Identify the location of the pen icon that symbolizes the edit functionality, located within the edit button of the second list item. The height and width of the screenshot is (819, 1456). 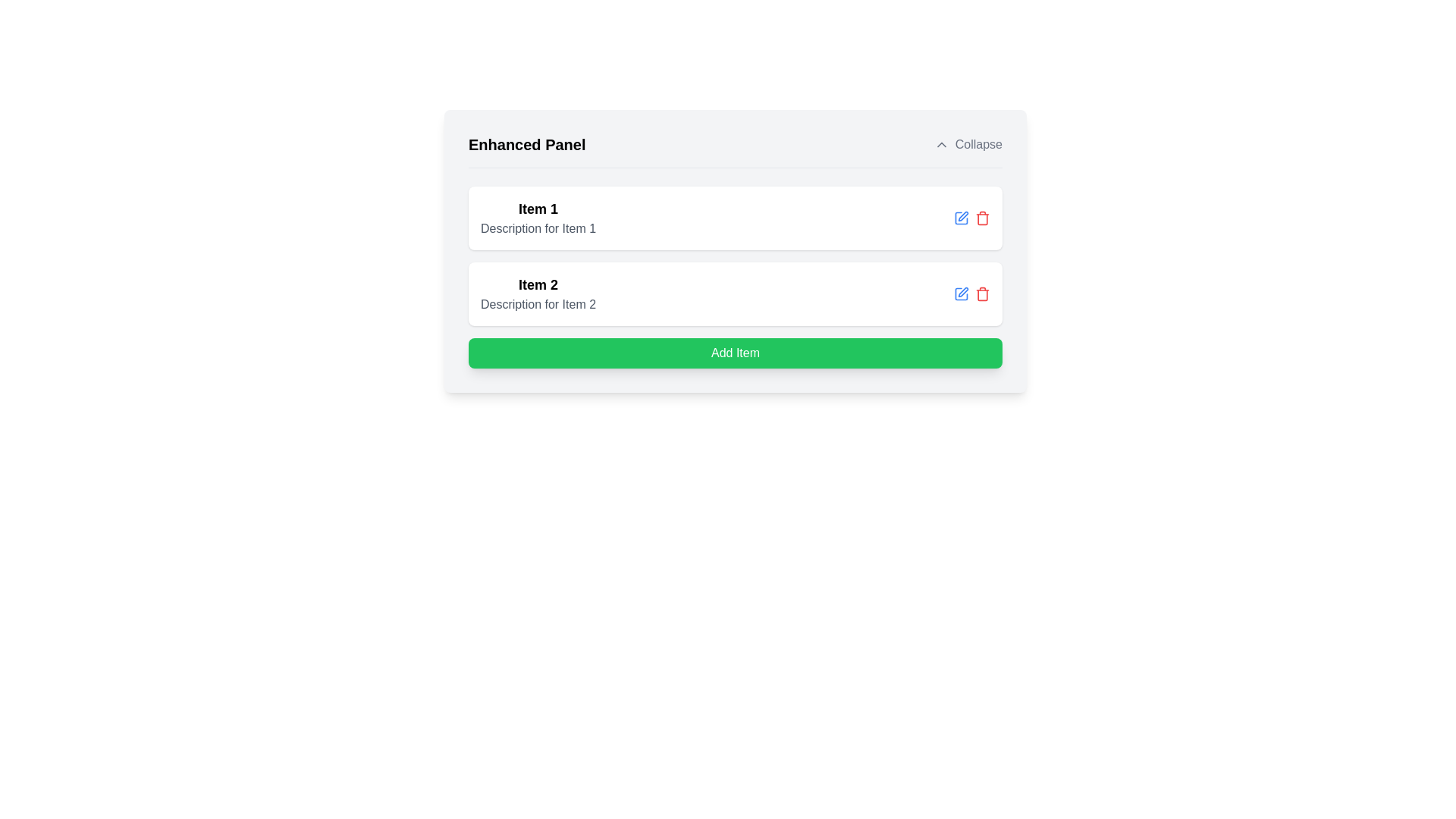
(962, 292).